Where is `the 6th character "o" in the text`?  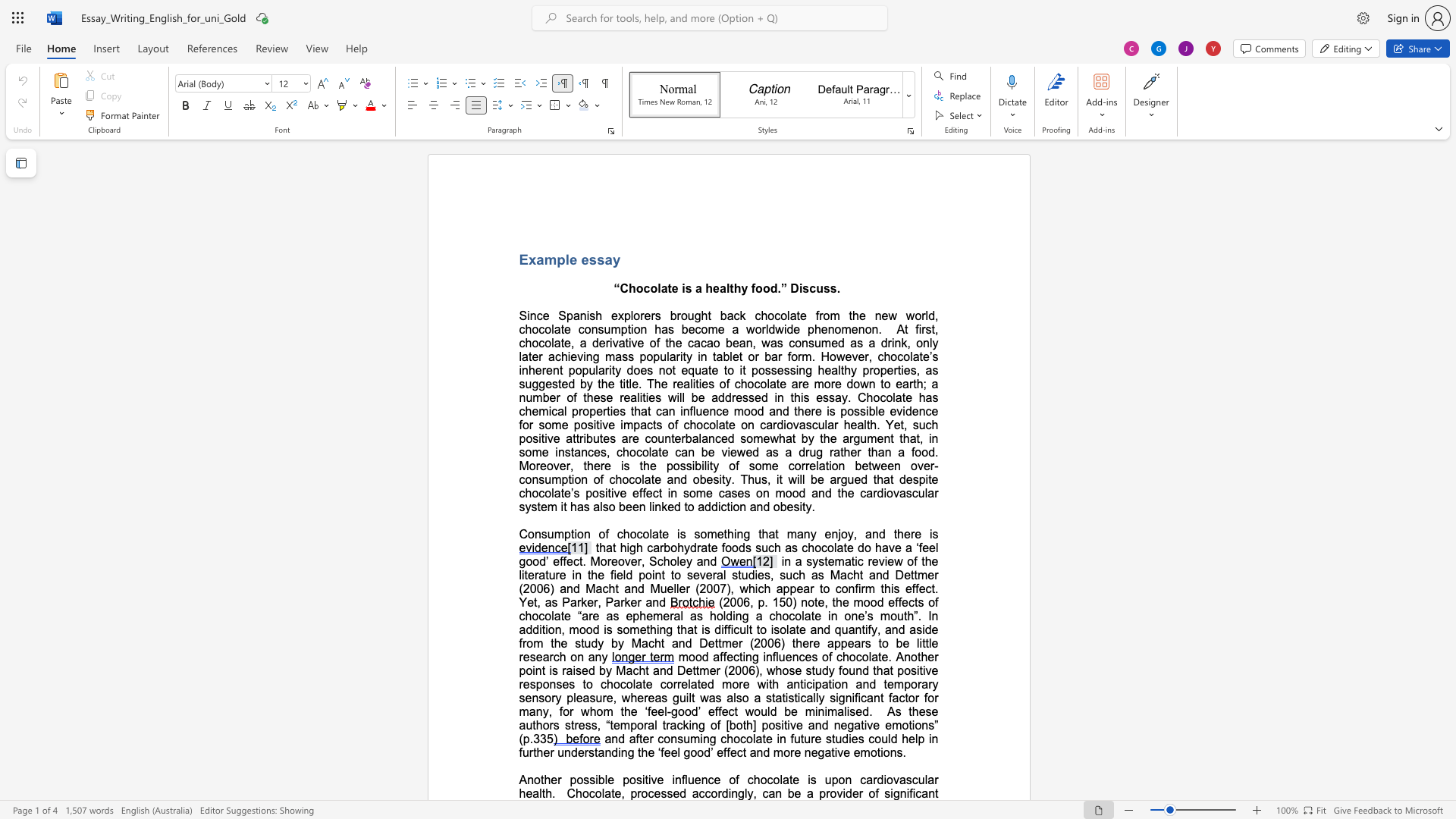
the 6th character "o" in the text is located at coordinates (702, 533).